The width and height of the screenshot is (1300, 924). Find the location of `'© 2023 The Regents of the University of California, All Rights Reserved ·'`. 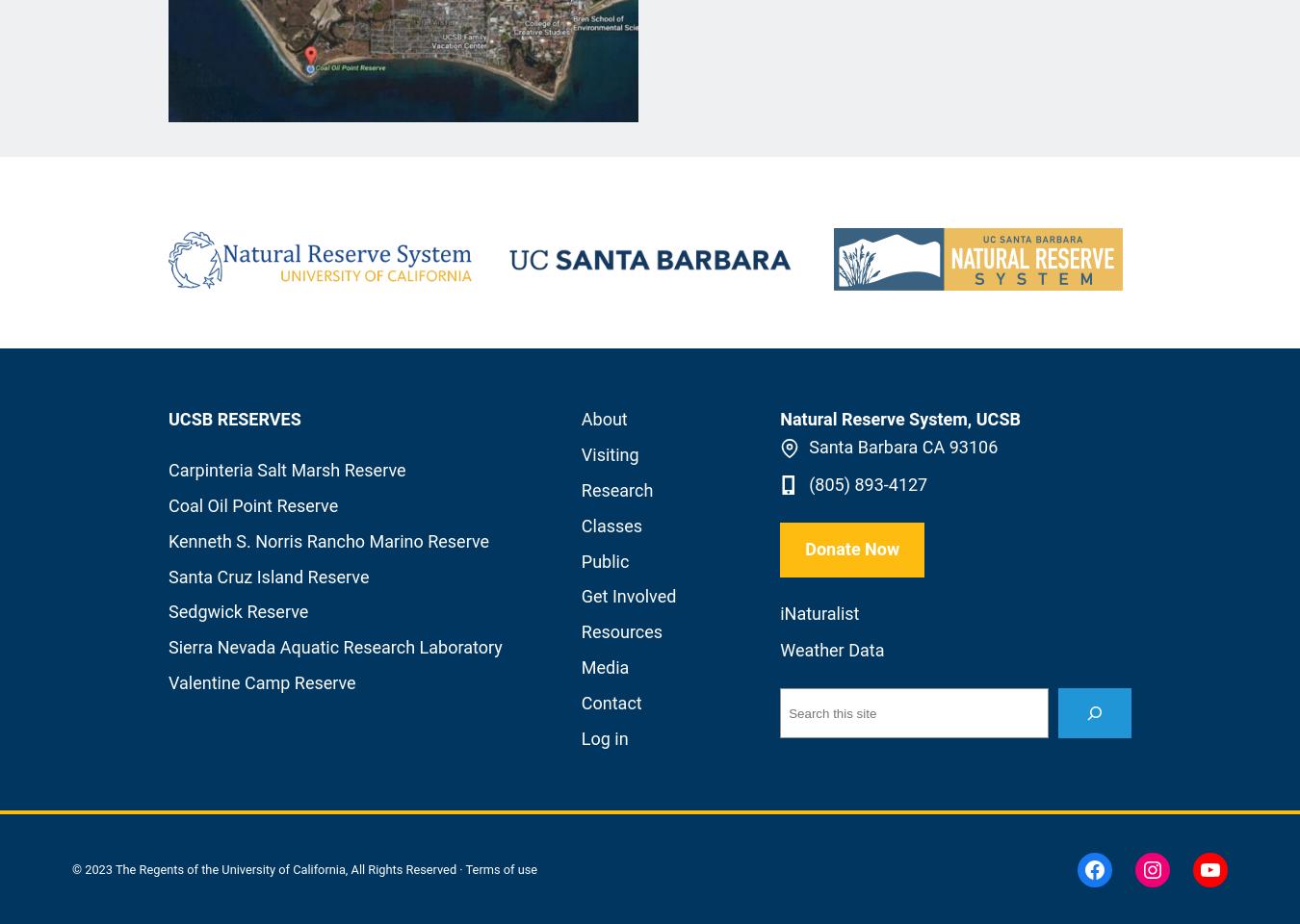

'© 2023 The Regents of the University of California, All Rights Reserved ·' is located at coordinates (268, 869).